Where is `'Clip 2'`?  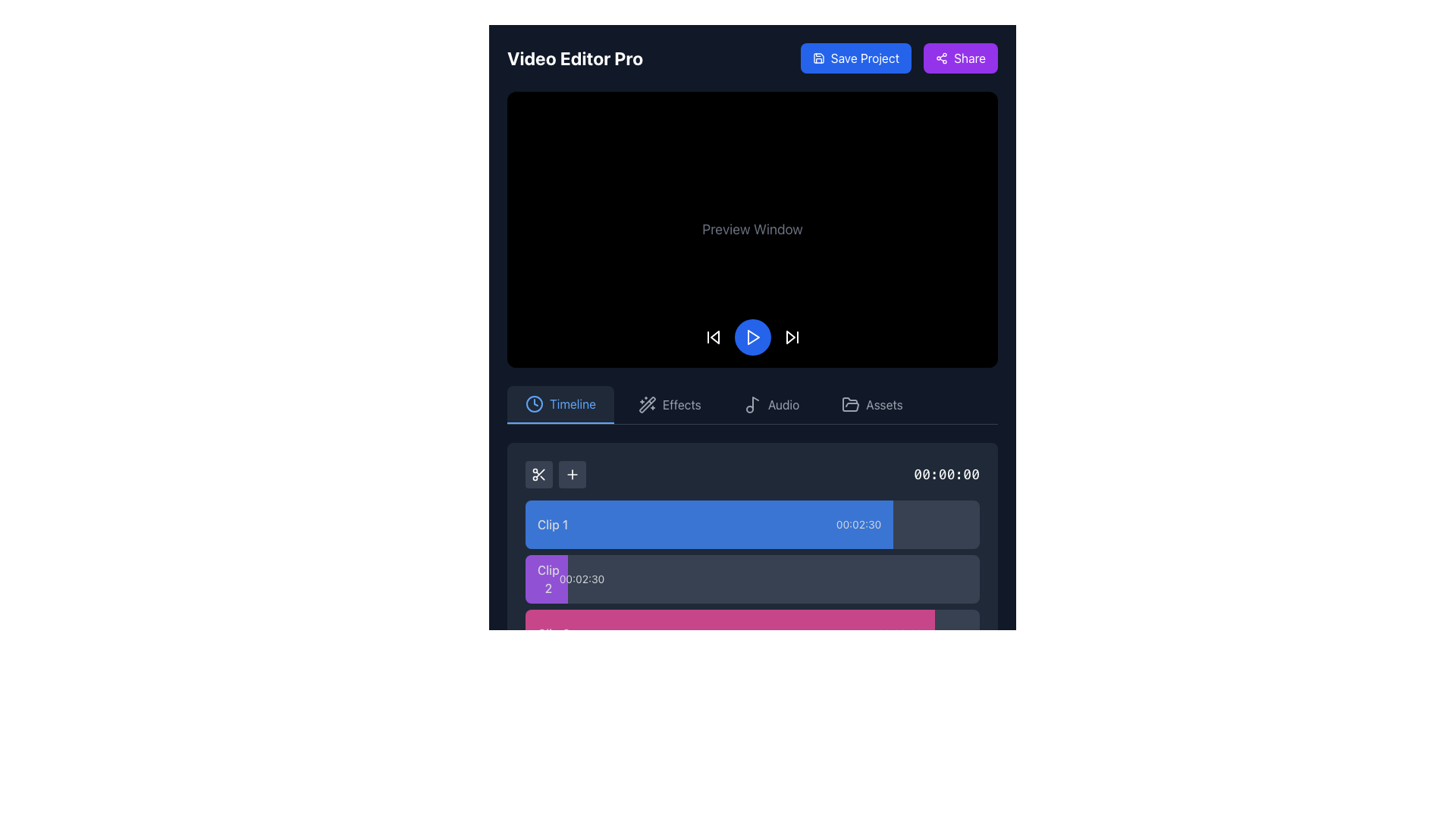 'Clip 2' is located at coordinates (752, 579).